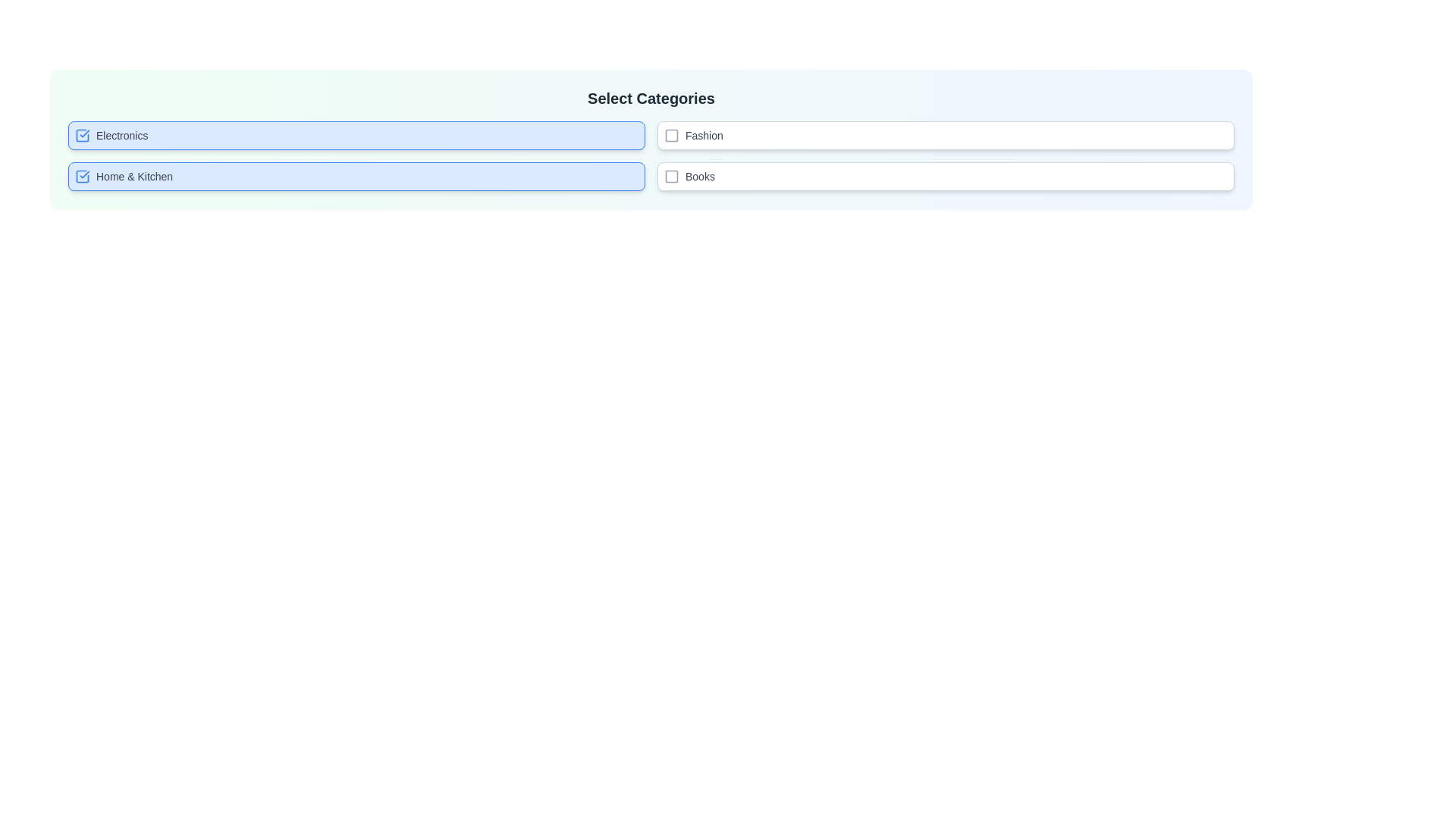 The width and height of the screenshot is (1456, 819). Describe the element at coordinates (671, 134) in the screenshot. I see `the category indicator icon for 'Fashion'` at that location.